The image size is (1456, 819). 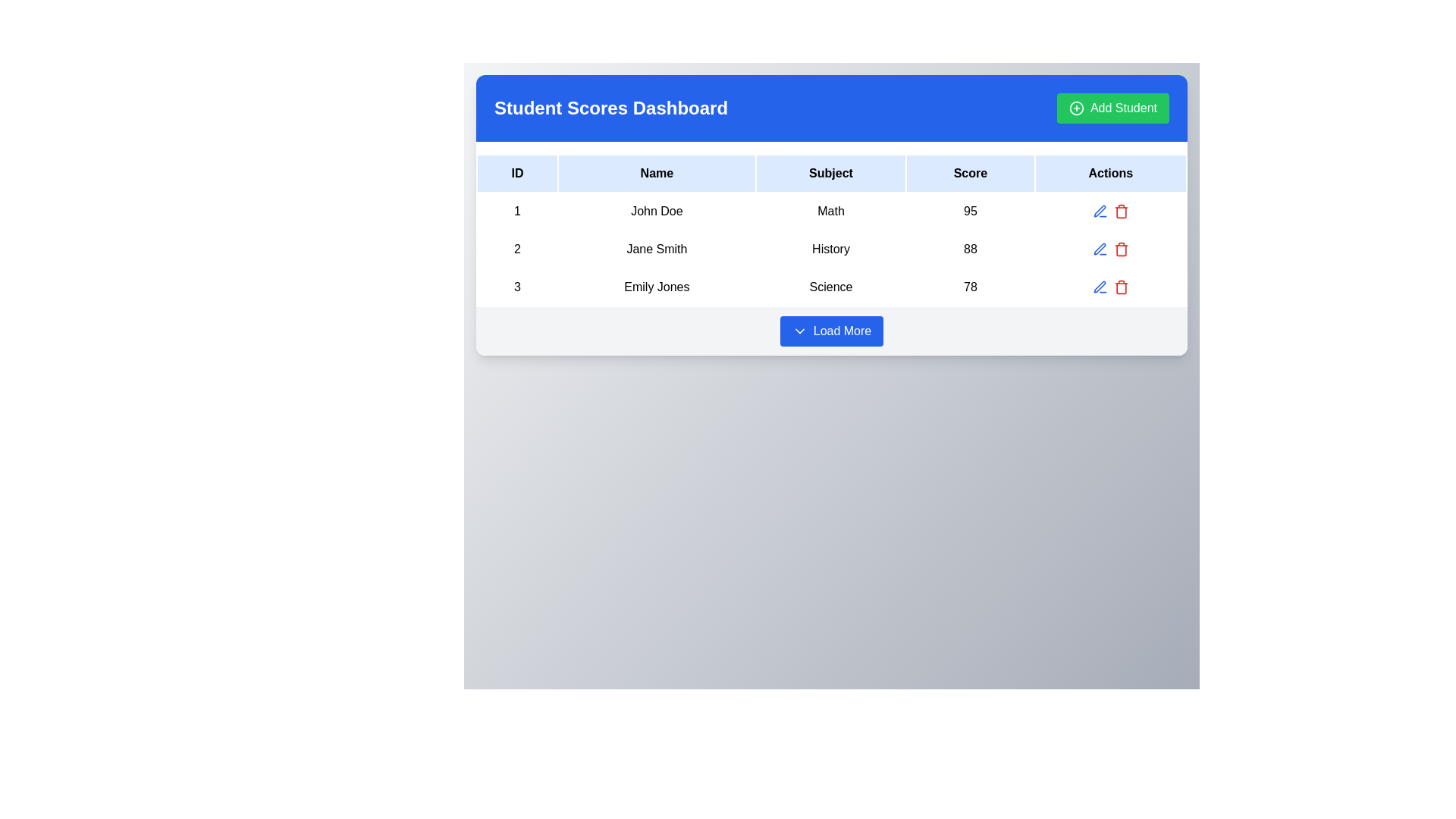 I want to click on the red trash icon button representing the delete action for 'Emily Jones', so click(x=1121, y=287).